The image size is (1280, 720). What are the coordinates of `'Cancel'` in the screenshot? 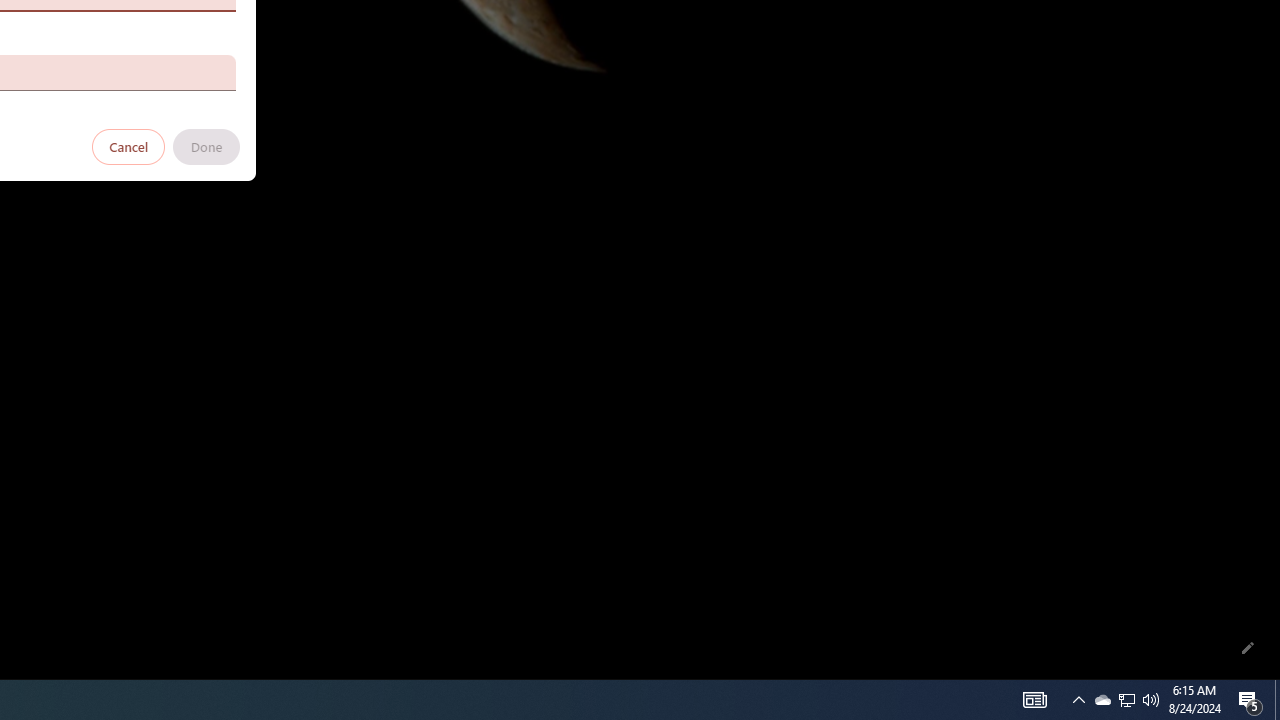 It's located at (128, 145).